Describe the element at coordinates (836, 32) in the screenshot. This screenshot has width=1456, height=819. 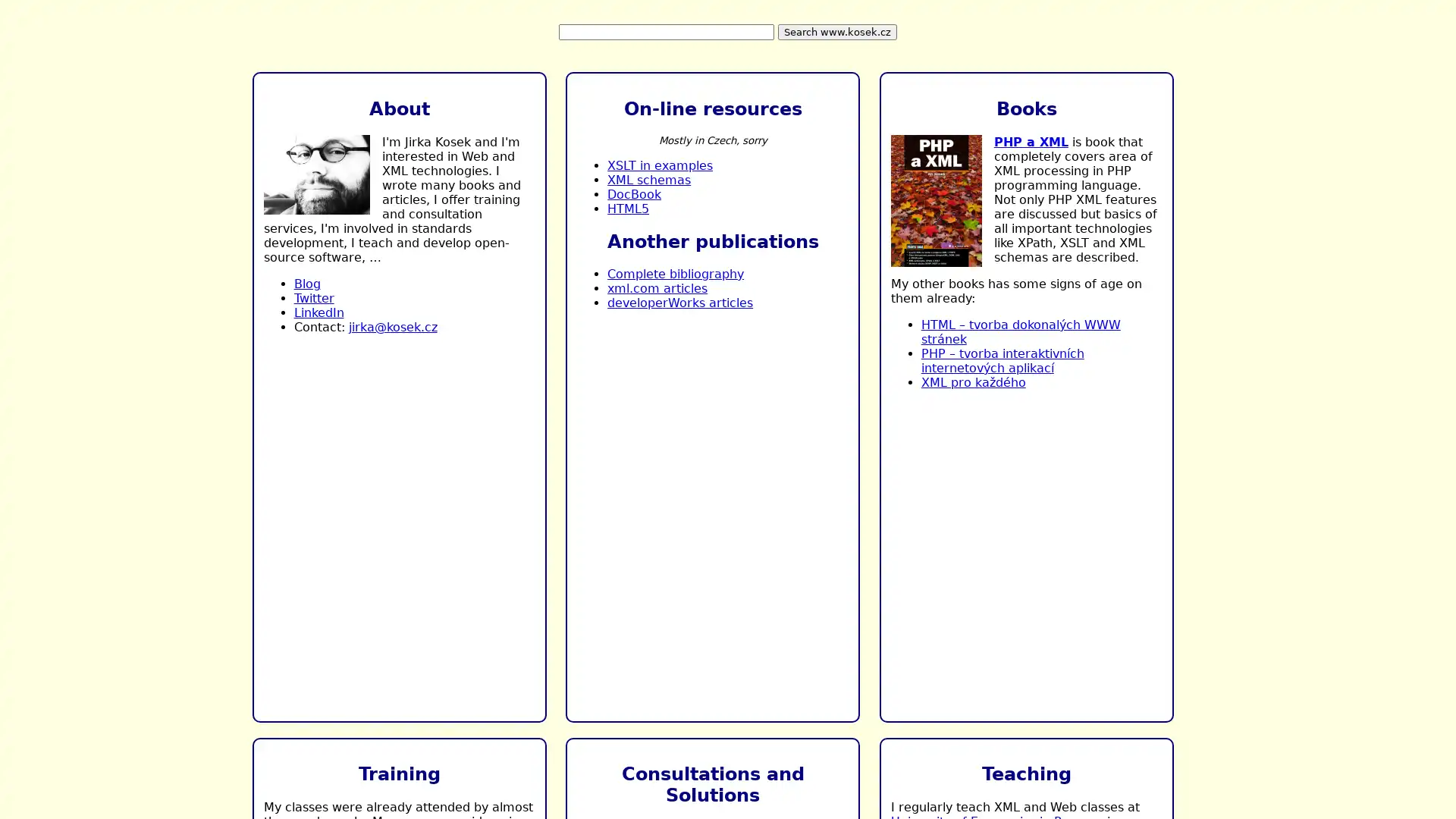
I see `Search www.kosek.cz` at that location.